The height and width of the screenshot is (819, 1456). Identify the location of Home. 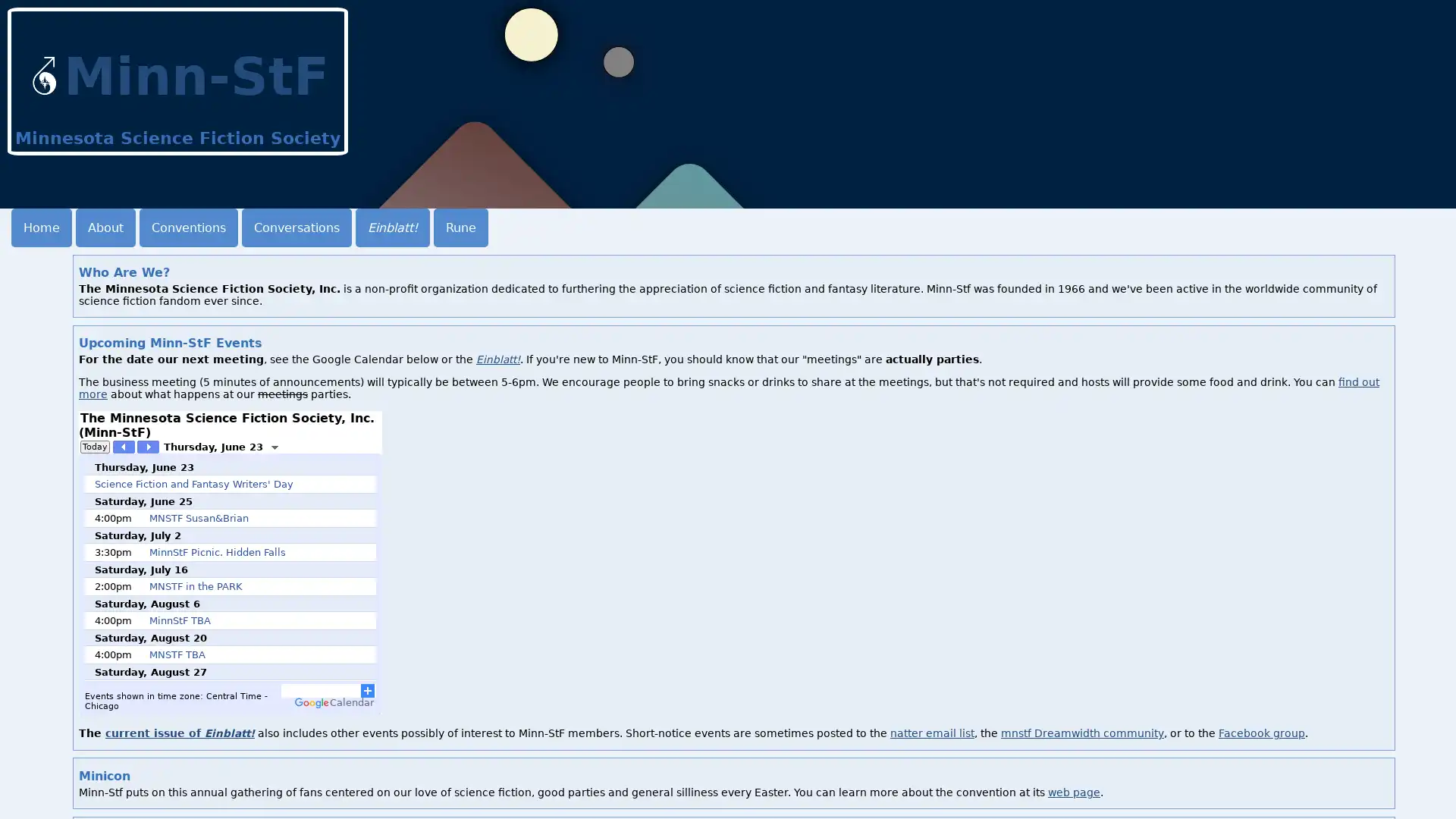
(41, 227).